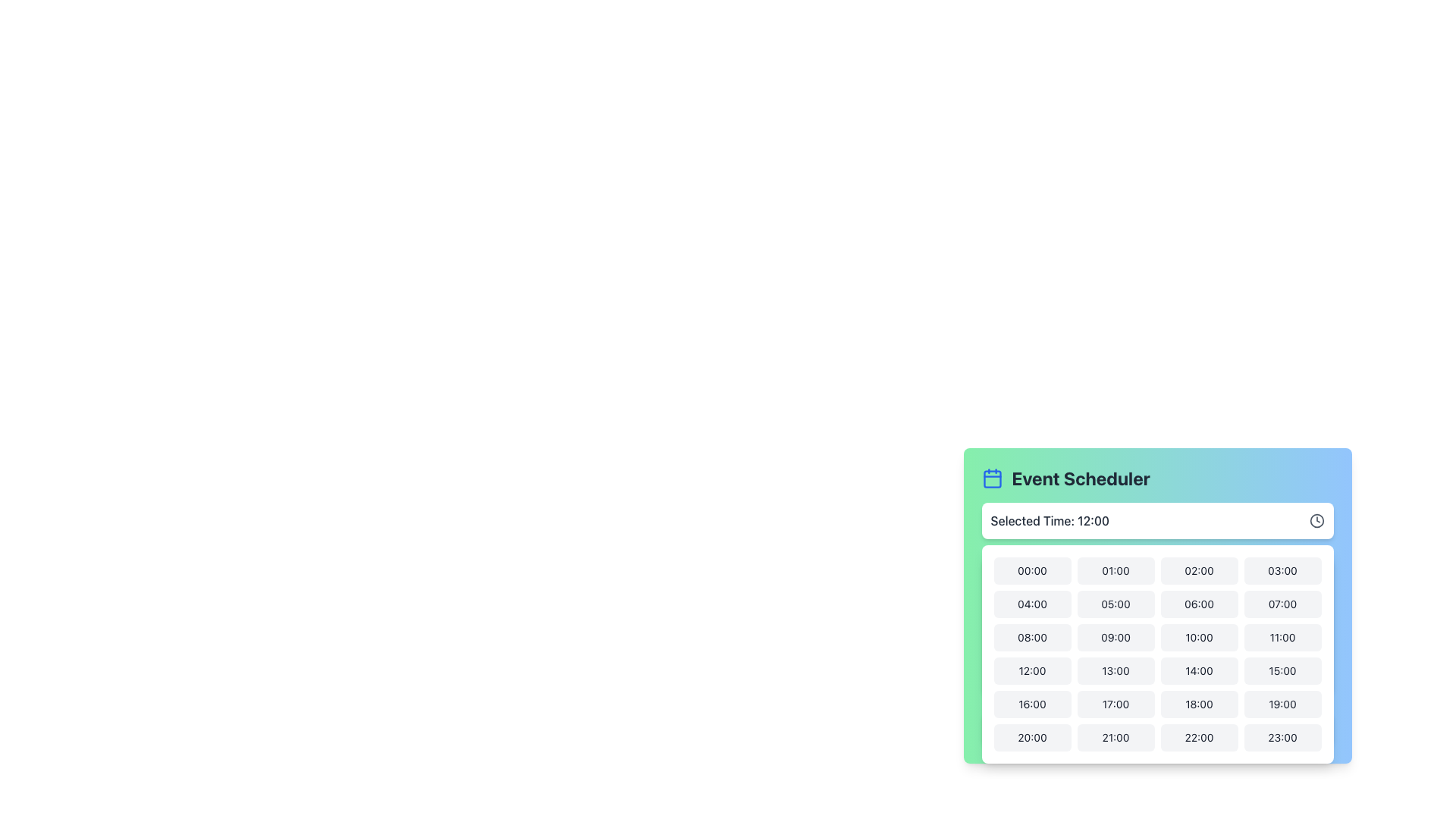 The width and height of the screenshot is (1456, 819). What do you see at coordinates (1198, 604) in the screenshot?
I see `the button that allows users to select the time 06:00 in the 'Event Scheduler' widget` at bounding box center [1198, 604].